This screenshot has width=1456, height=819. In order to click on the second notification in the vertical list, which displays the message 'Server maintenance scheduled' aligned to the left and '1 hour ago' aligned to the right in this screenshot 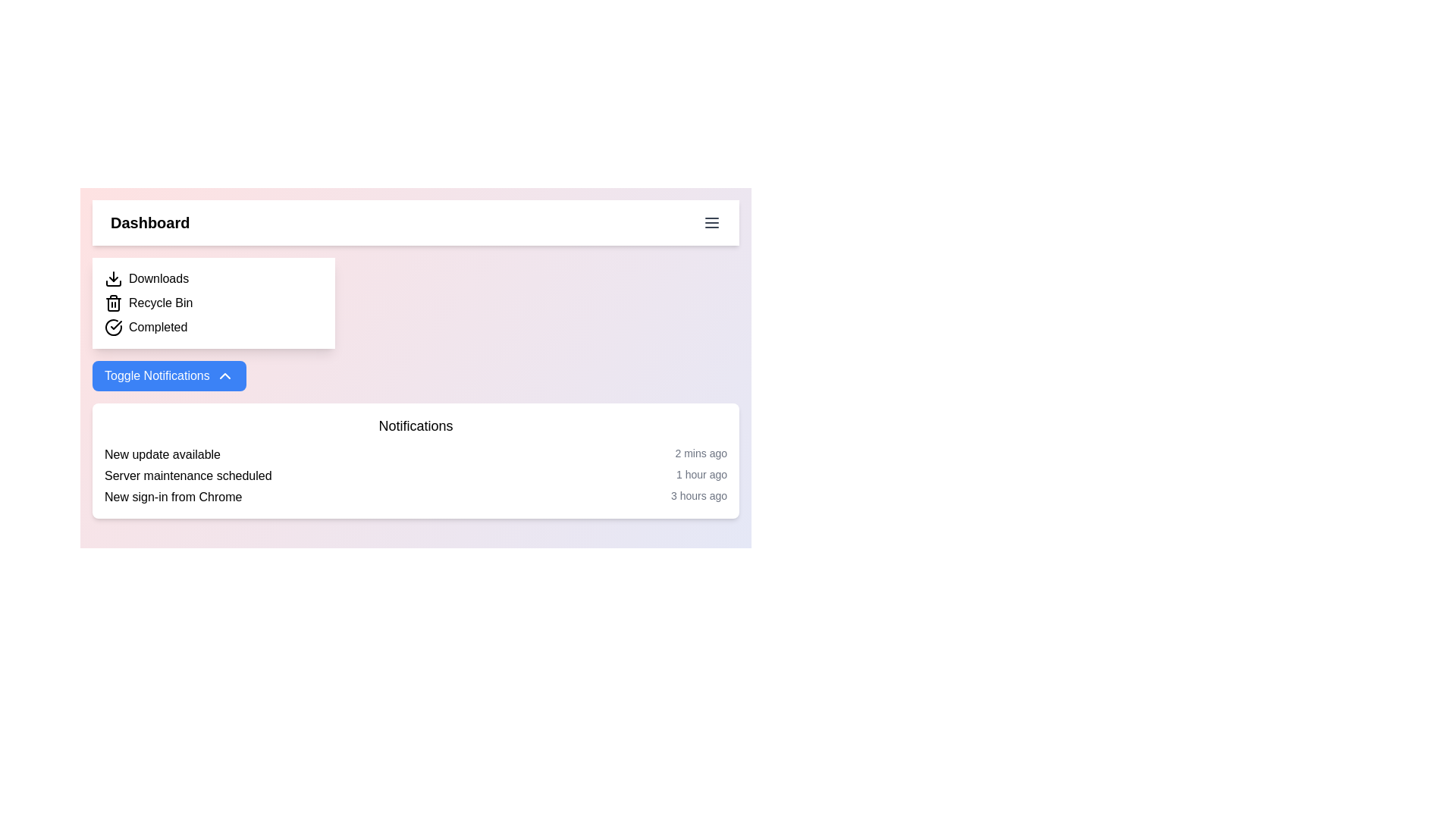, I will do `click(416, 475)`.